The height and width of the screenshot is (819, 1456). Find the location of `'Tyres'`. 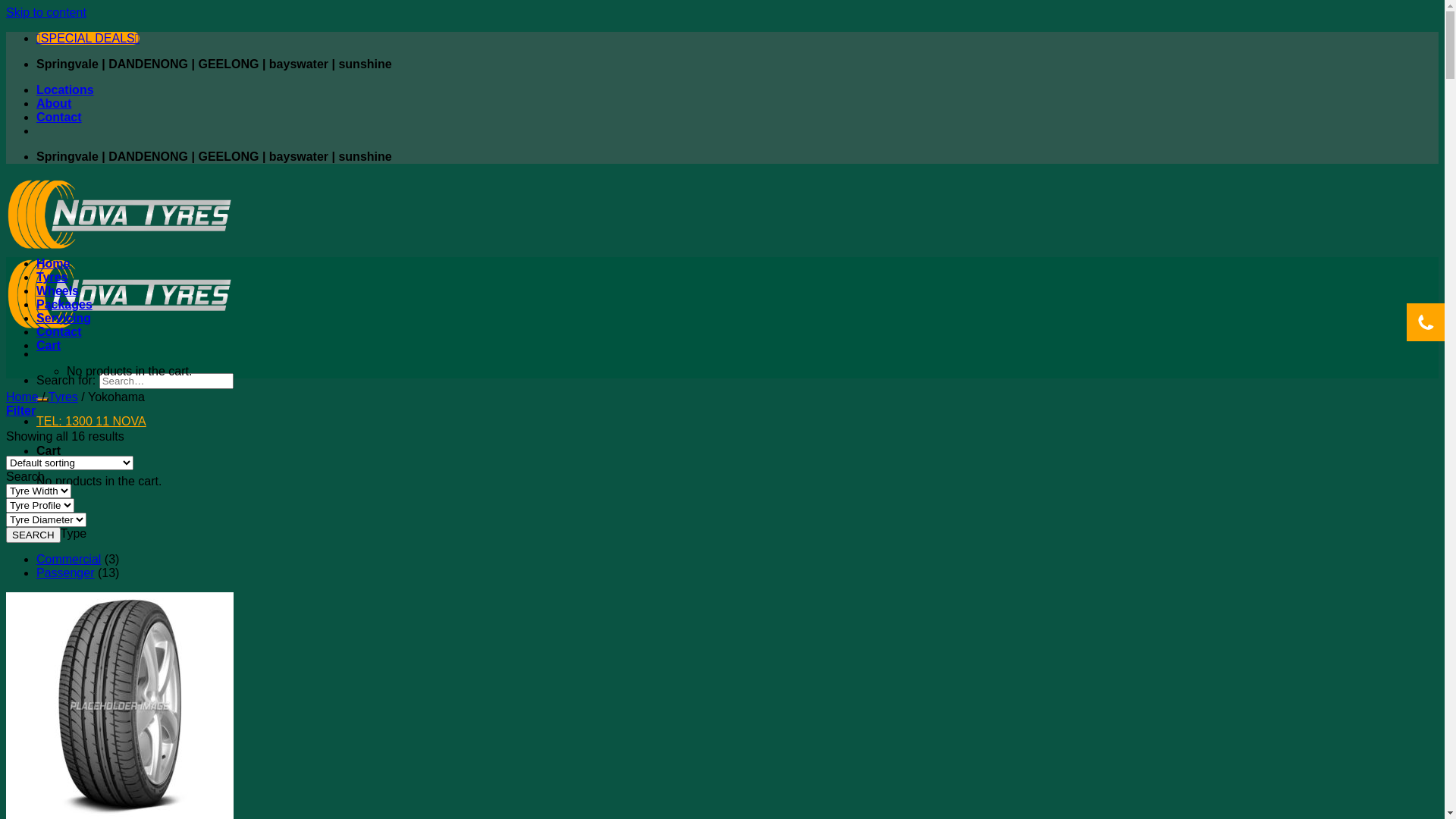

'Tyres' is located at coordinates (62, 396).